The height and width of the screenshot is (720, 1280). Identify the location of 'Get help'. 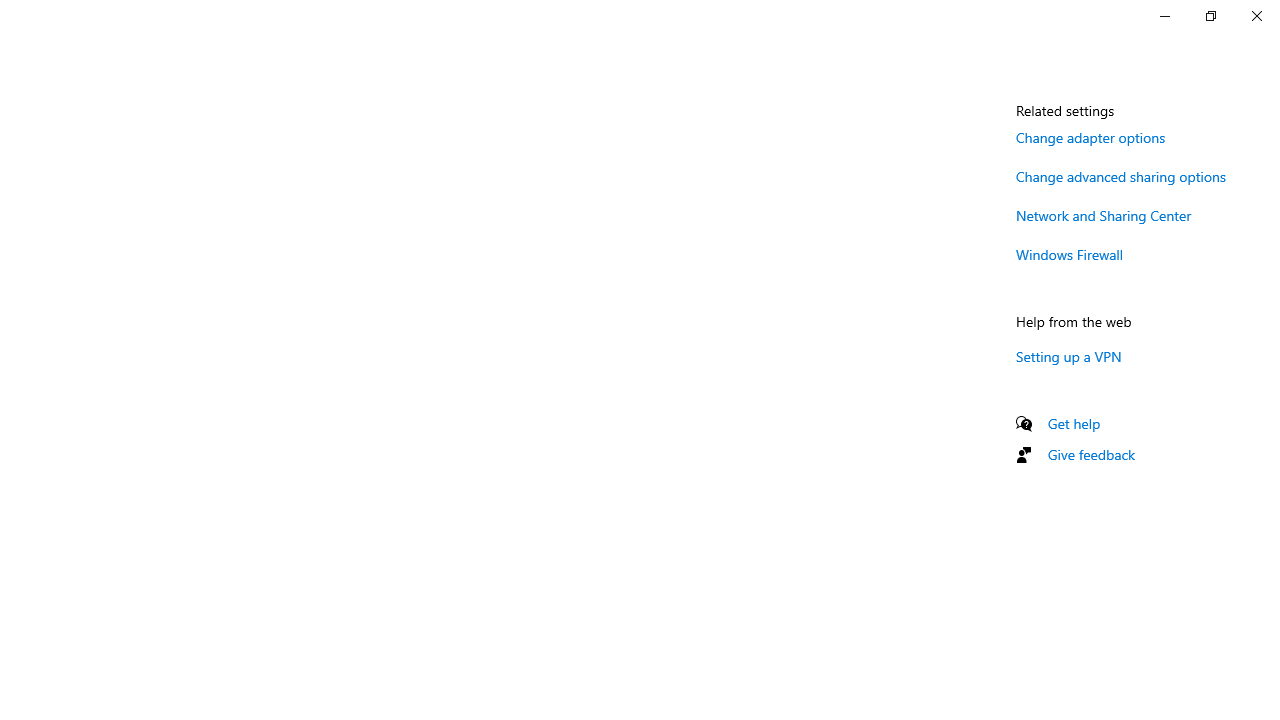
(1073, 422).